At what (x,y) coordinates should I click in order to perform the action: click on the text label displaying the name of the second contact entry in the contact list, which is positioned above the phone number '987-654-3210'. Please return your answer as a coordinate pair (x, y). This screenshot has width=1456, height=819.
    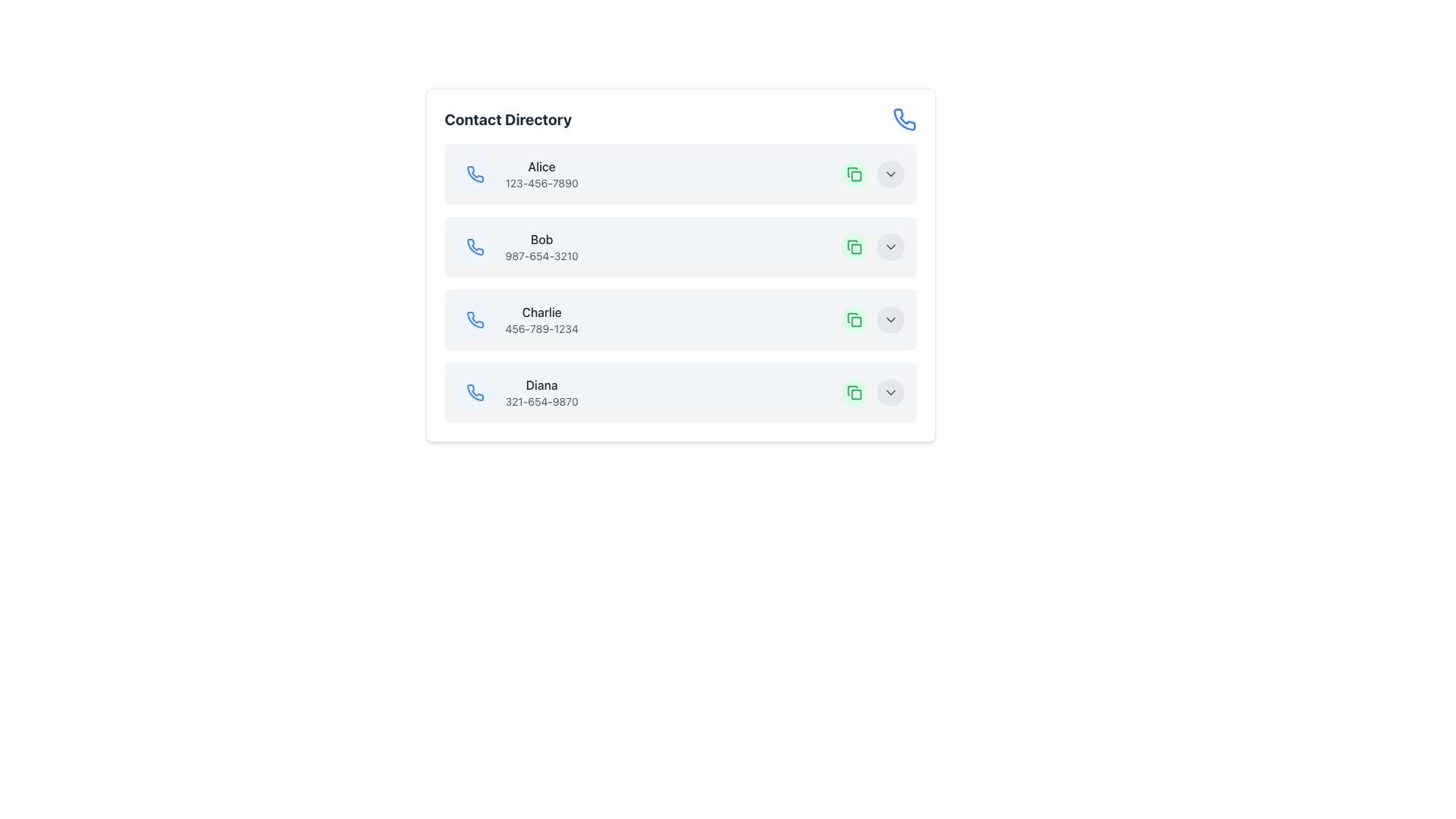
    Looking at the image, I should click on (541, 239).